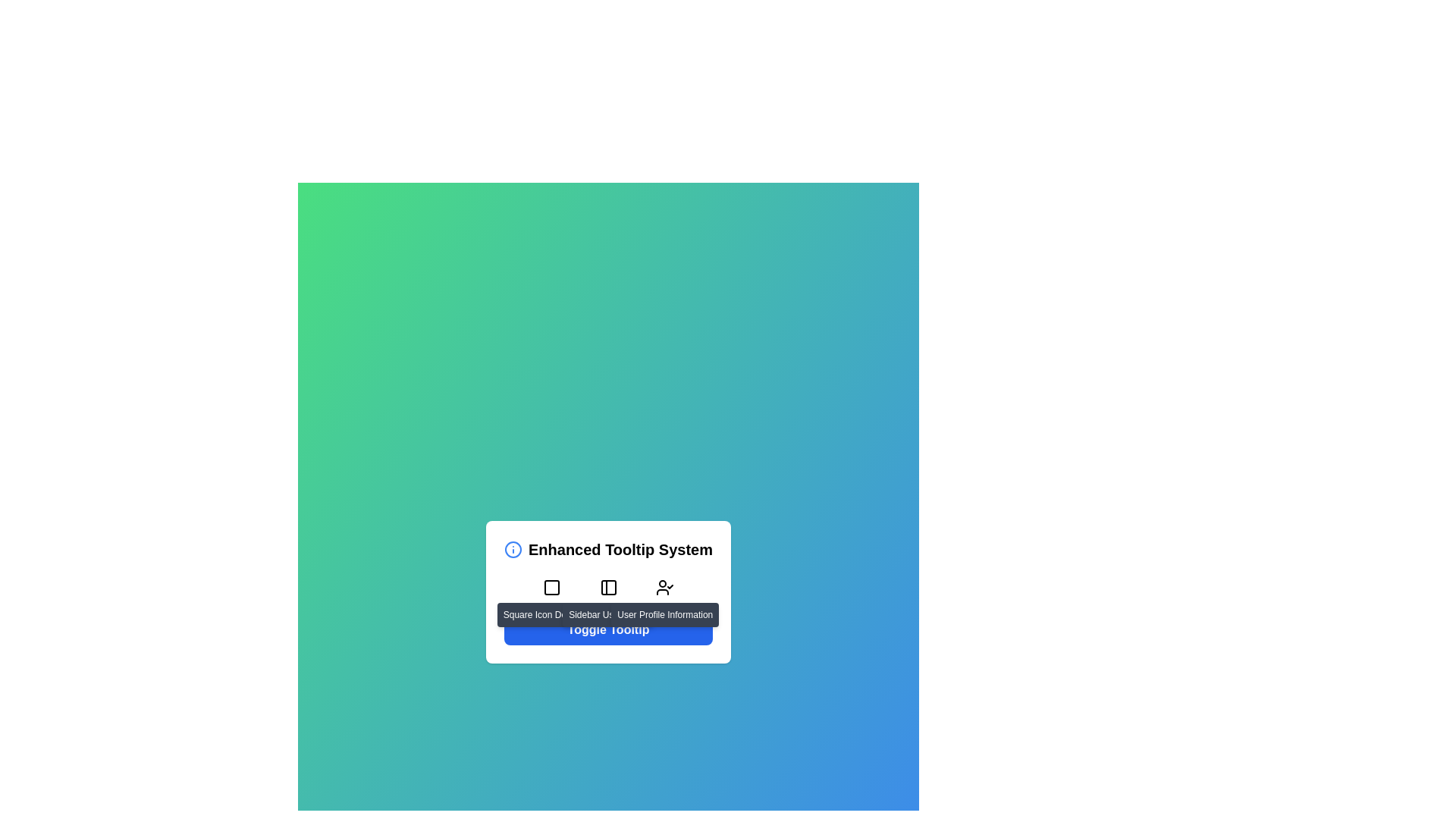 This screenshot has width=1456, height=819. Describe the element at coordinates (608, 587) in the screenshot. I see `the Icon Button related to 'Sidebar Usage Tips'` at that location.